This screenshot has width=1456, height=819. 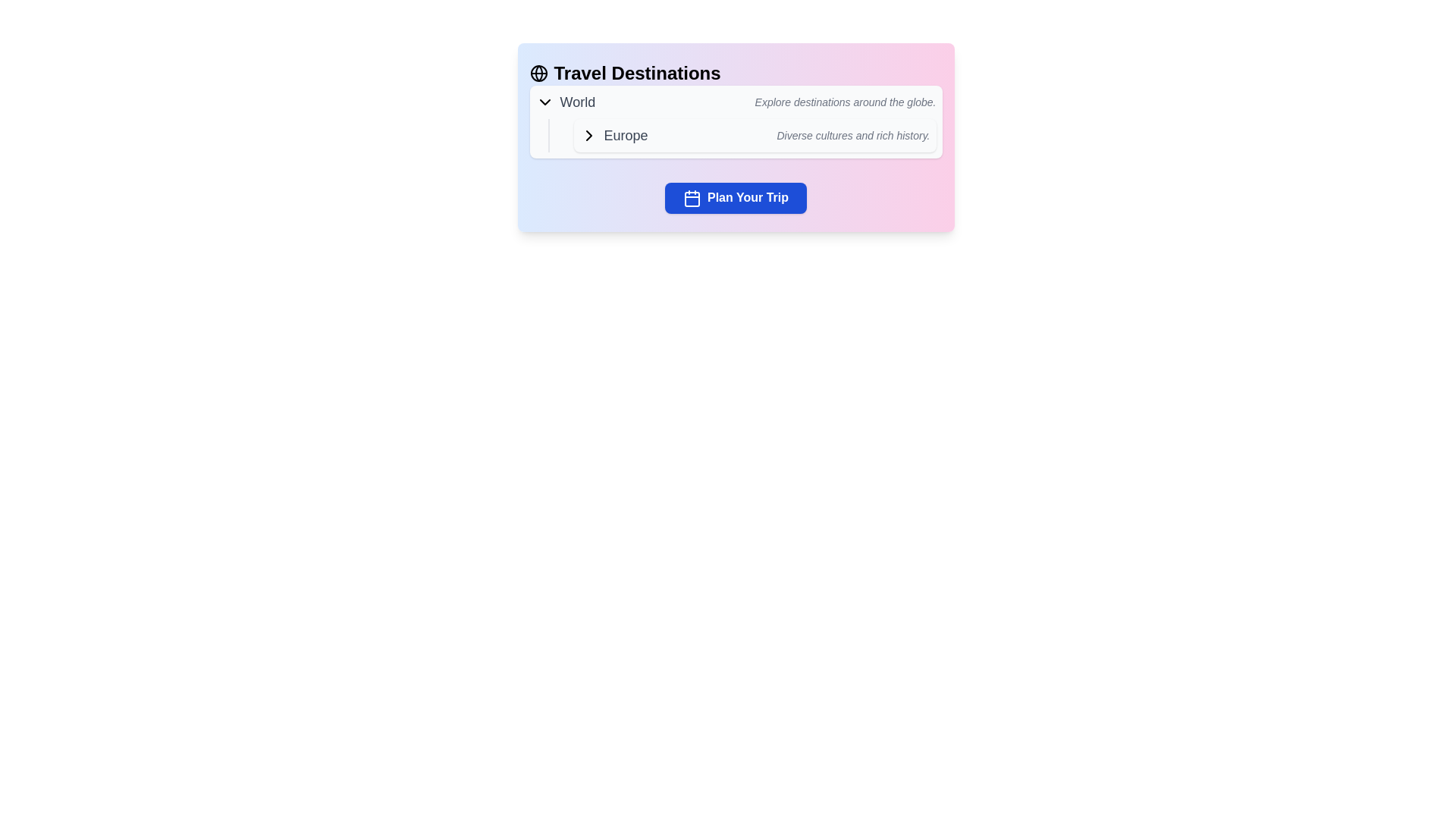 What do you see at coordinates (576, 102) in the screenshot?
I see `the text label 'World' which is styled with a larger font size and gray color, located next to a dropdown arrow in the 'Travel Destinations' menu` at bounding box center [576, 102].